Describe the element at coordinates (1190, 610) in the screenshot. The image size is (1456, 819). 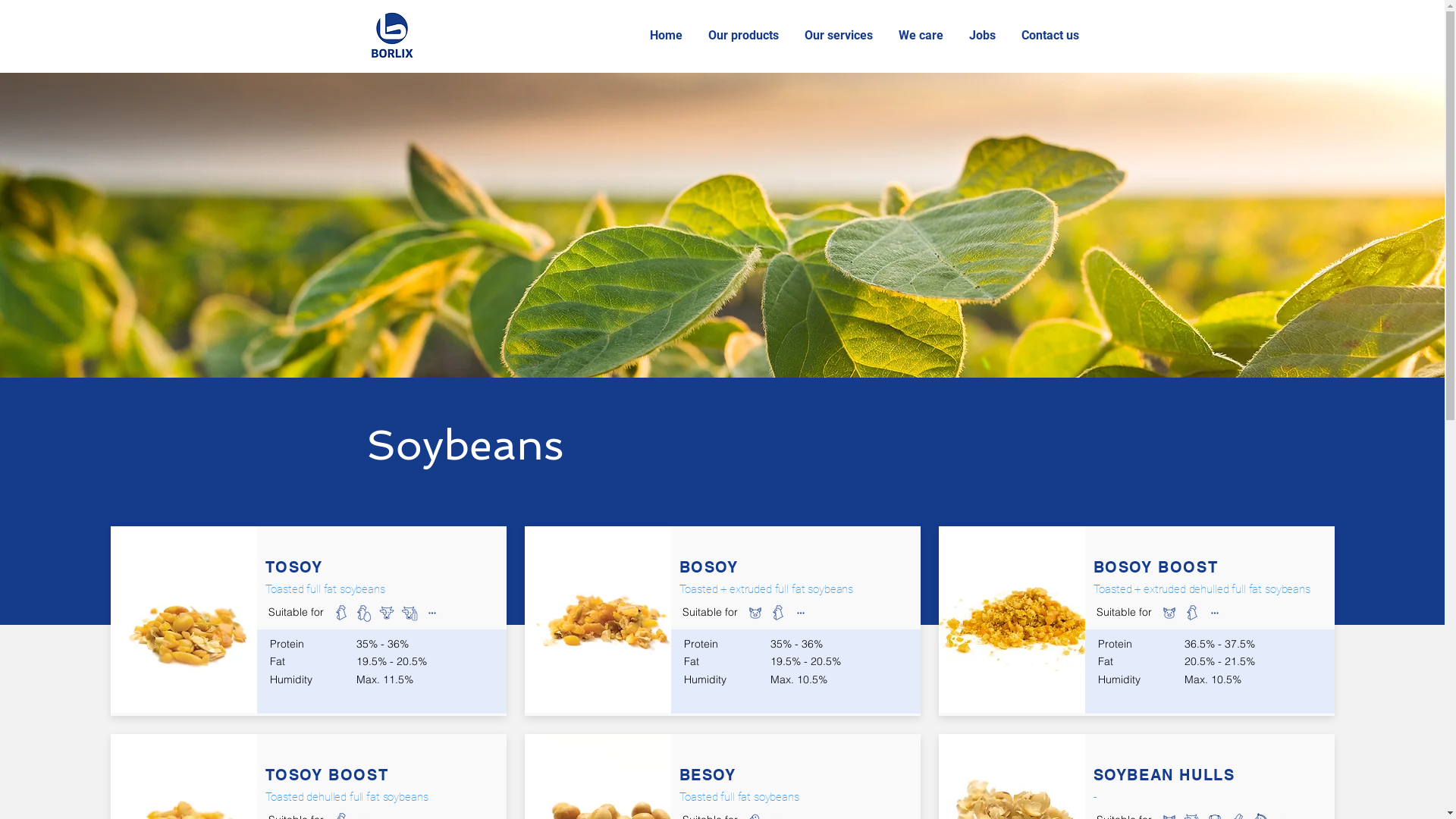
I see `'Broilers'` at that location.